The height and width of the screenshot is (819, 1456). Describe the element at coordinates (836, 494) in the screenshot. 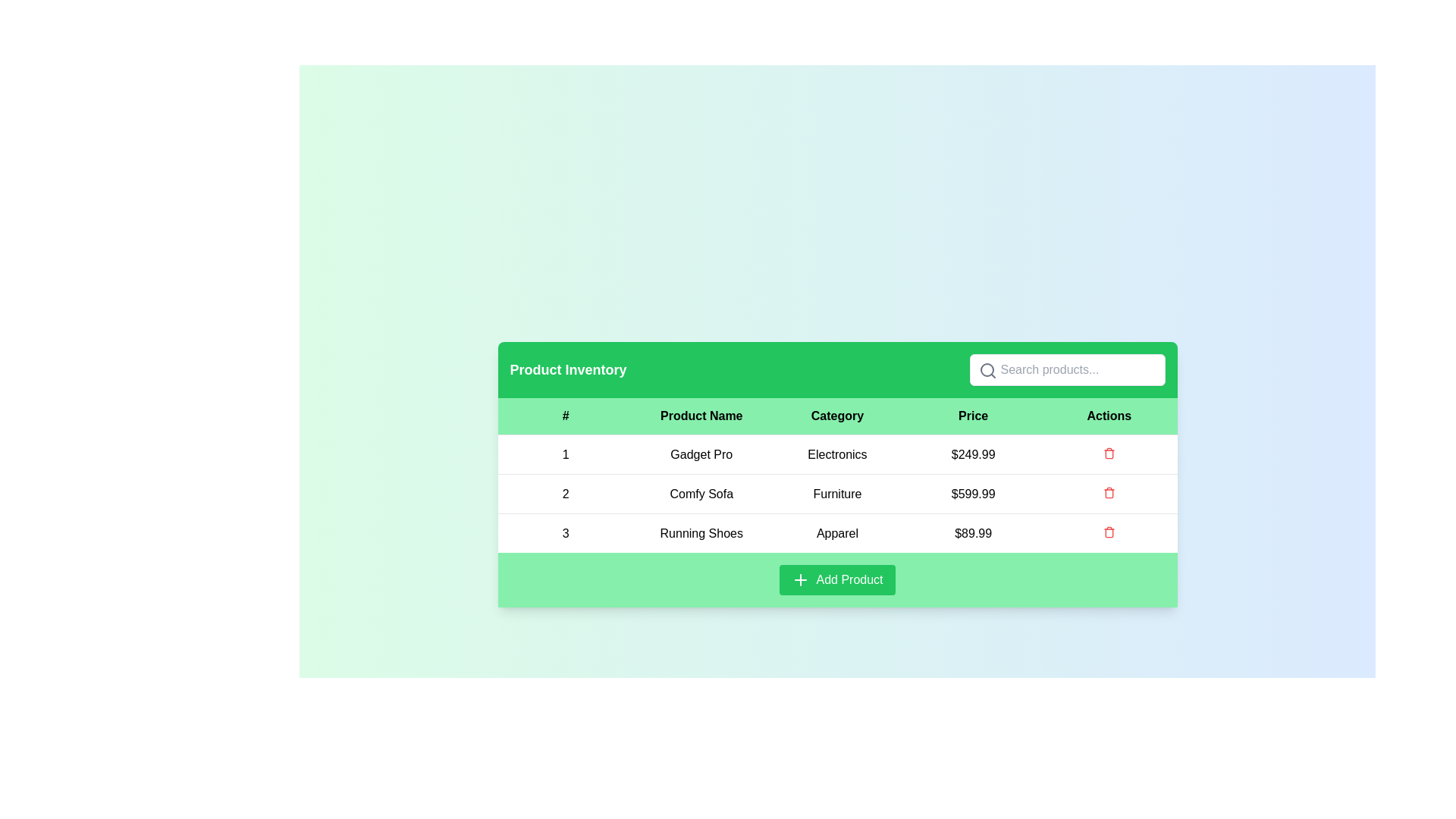

I see `the static text label displaying 'Furniture' category for the 'Comfy Sofa' product in the 'Product Inventory' table` at that location.